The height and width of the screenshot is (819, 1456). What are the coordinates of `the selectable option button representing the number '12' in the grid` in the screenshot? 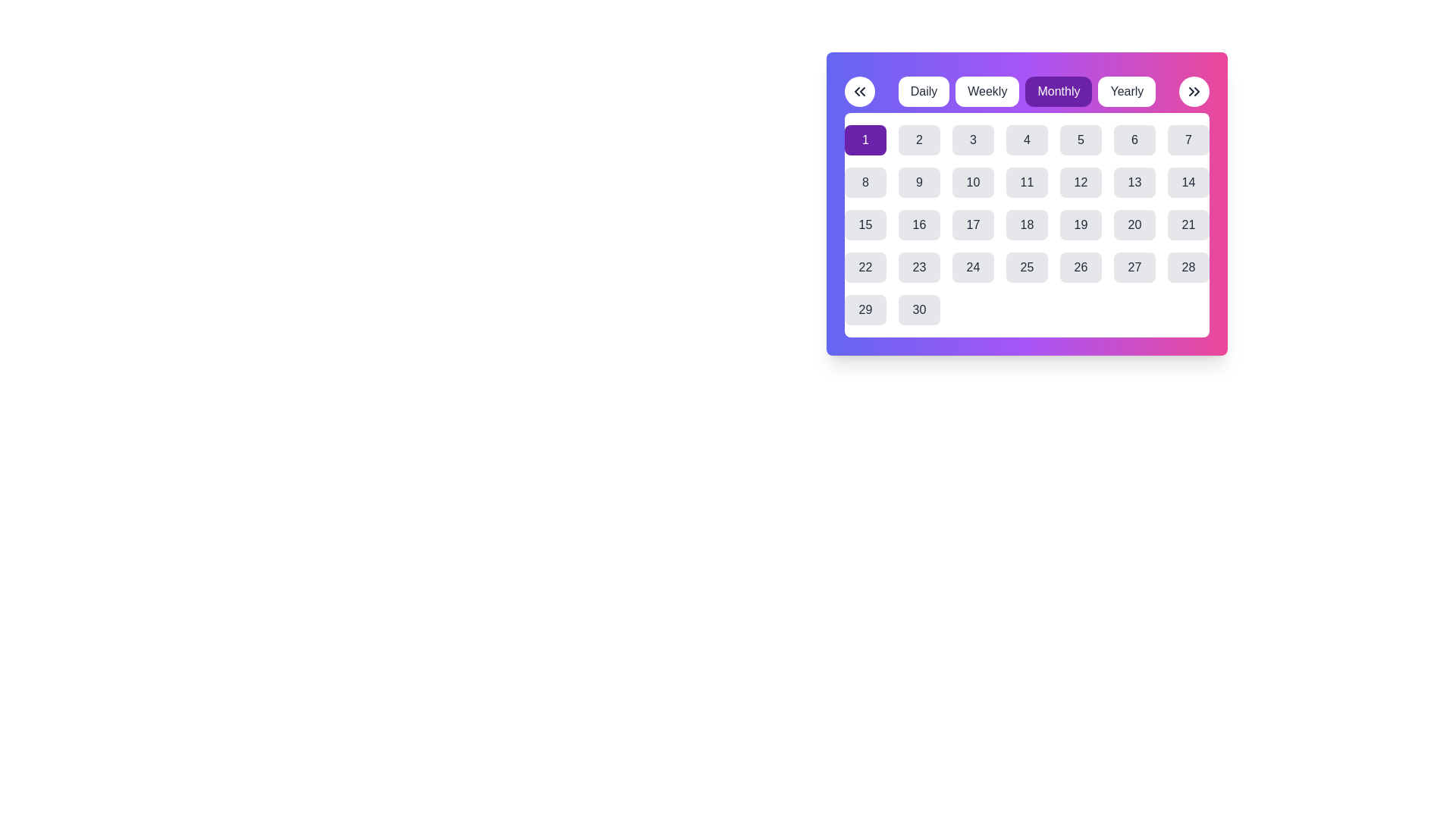 It's located at (1080, 181).